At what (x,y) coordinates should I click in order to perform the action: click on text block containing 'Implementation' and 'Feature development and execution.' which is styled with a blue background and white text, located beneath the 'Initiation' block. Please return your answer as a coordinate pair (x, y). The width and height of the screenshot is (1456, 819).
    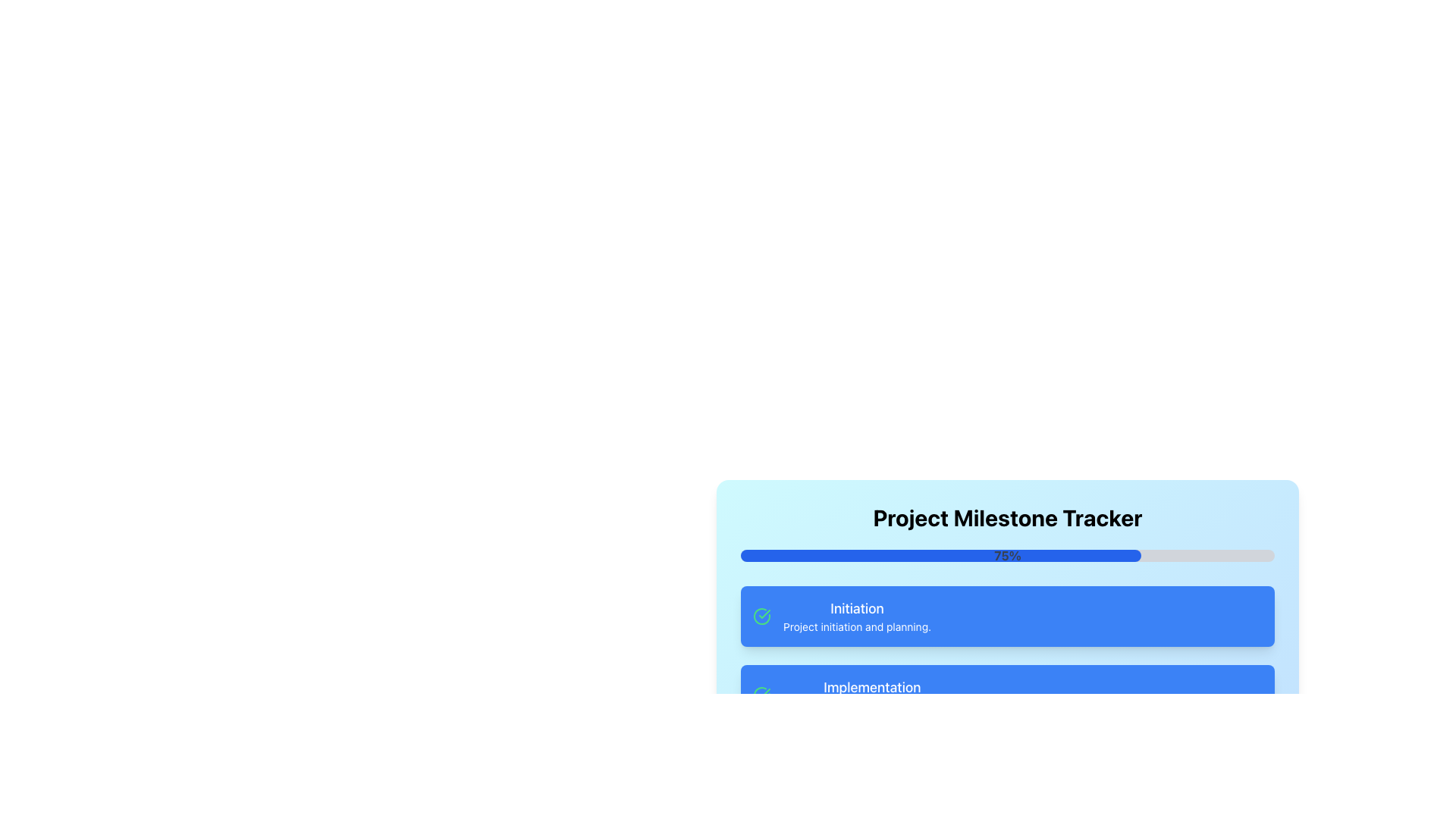
    Looking at the image, I should click on (872, 695).